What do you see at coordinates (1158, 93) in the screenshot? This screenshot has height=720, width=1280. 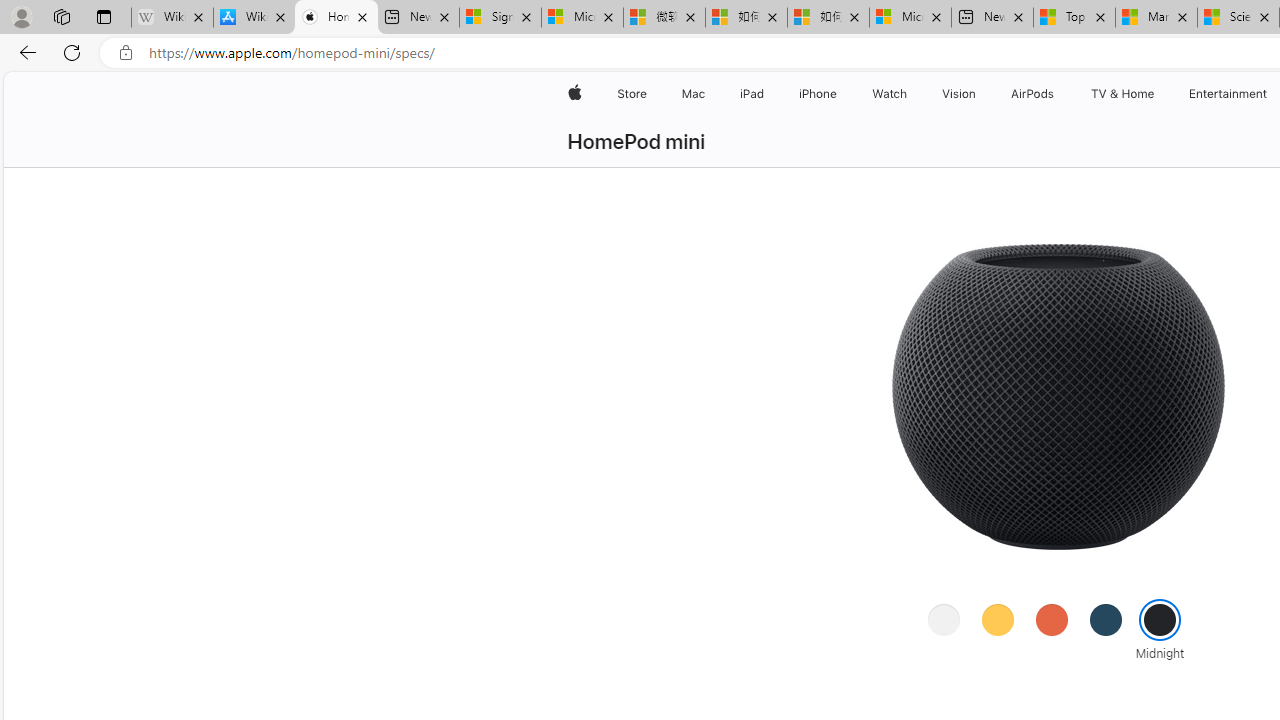 I see `'Class: globalnav-submenu-trigger-item'` at bounding box center [1158, 93].